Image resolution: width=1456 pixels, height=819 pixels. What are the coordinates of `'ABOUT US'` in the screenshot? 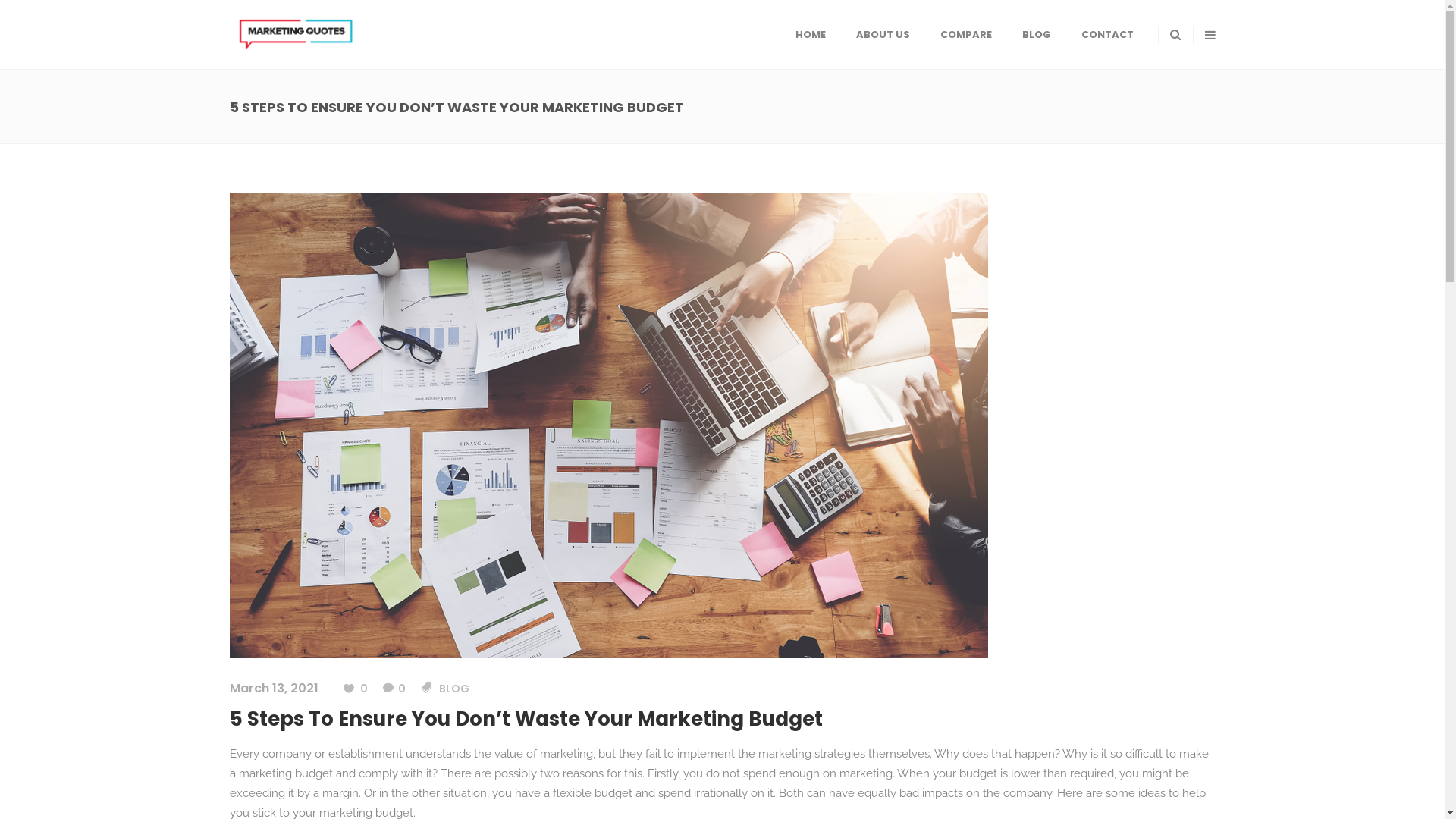 It's located at (882, 34).